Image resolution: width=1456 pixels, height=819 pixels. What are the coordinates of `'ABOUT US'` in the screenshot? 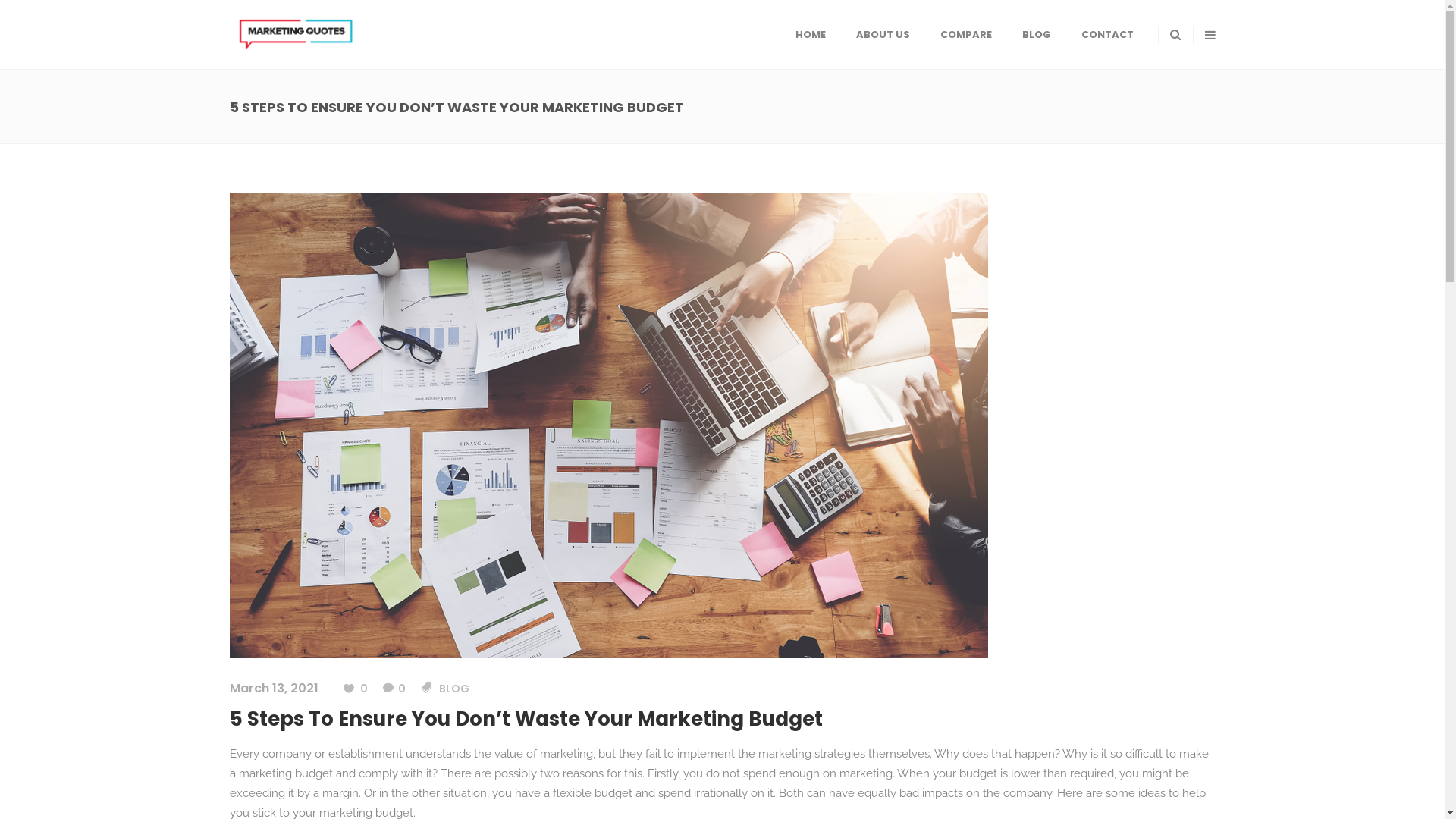 It's located at (882, 34).